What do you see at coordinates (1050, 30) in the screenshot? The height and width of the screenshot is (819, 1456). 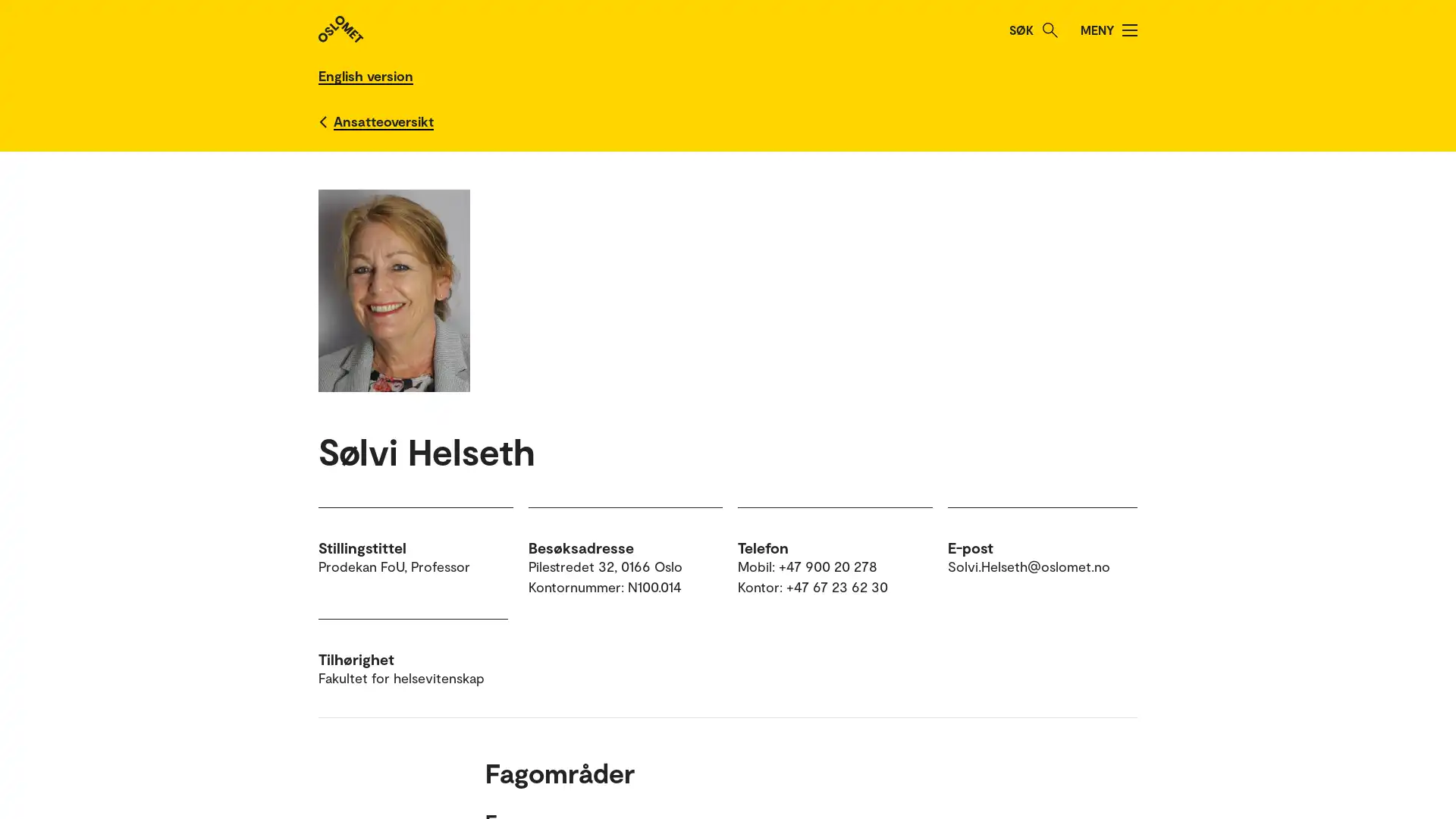 I see `Sk` at bounding box center [1050, 30].